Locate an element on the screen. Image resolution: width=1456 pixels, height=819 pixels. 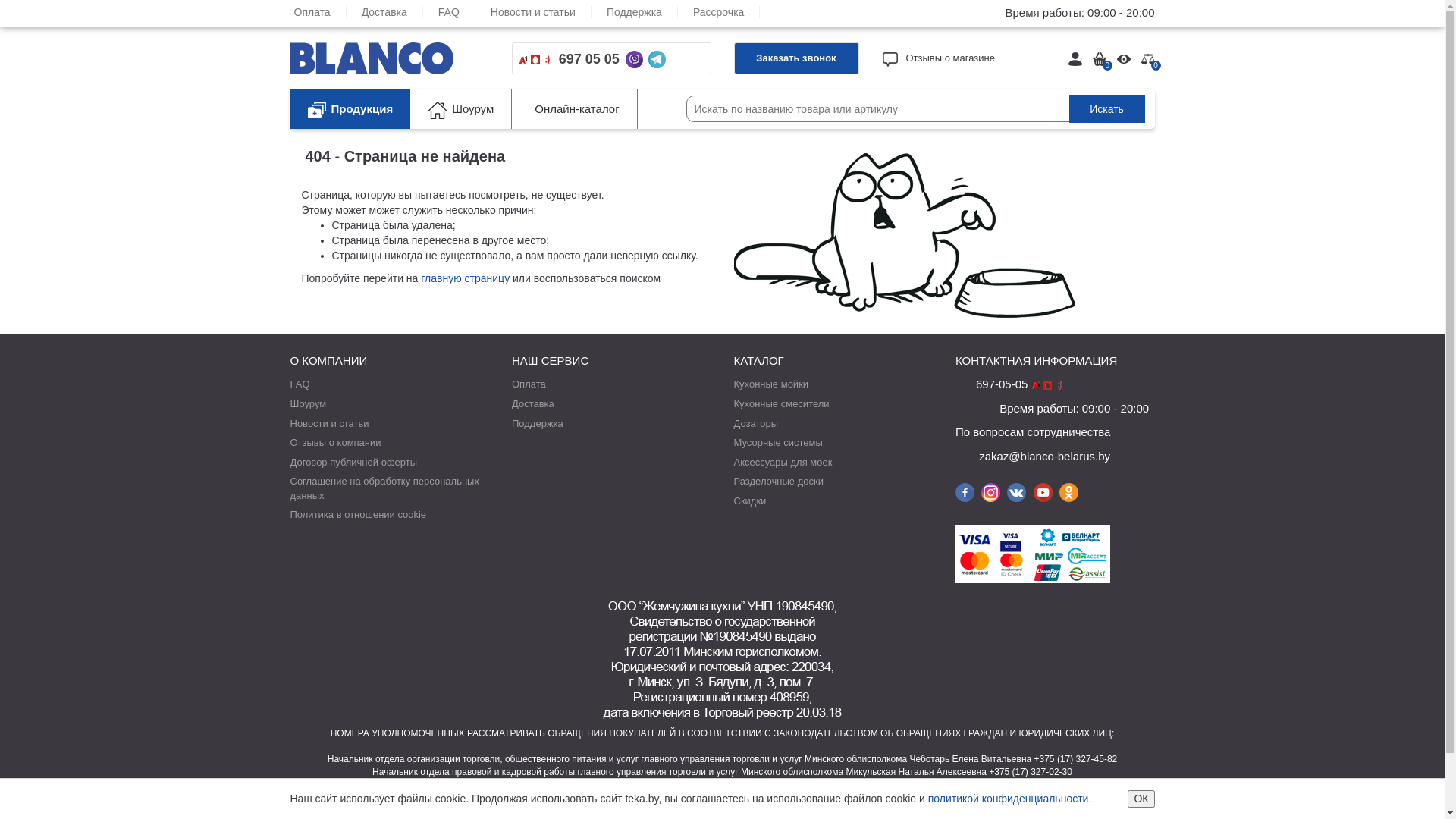
'FAQ' is located at coordinates (437, 11).